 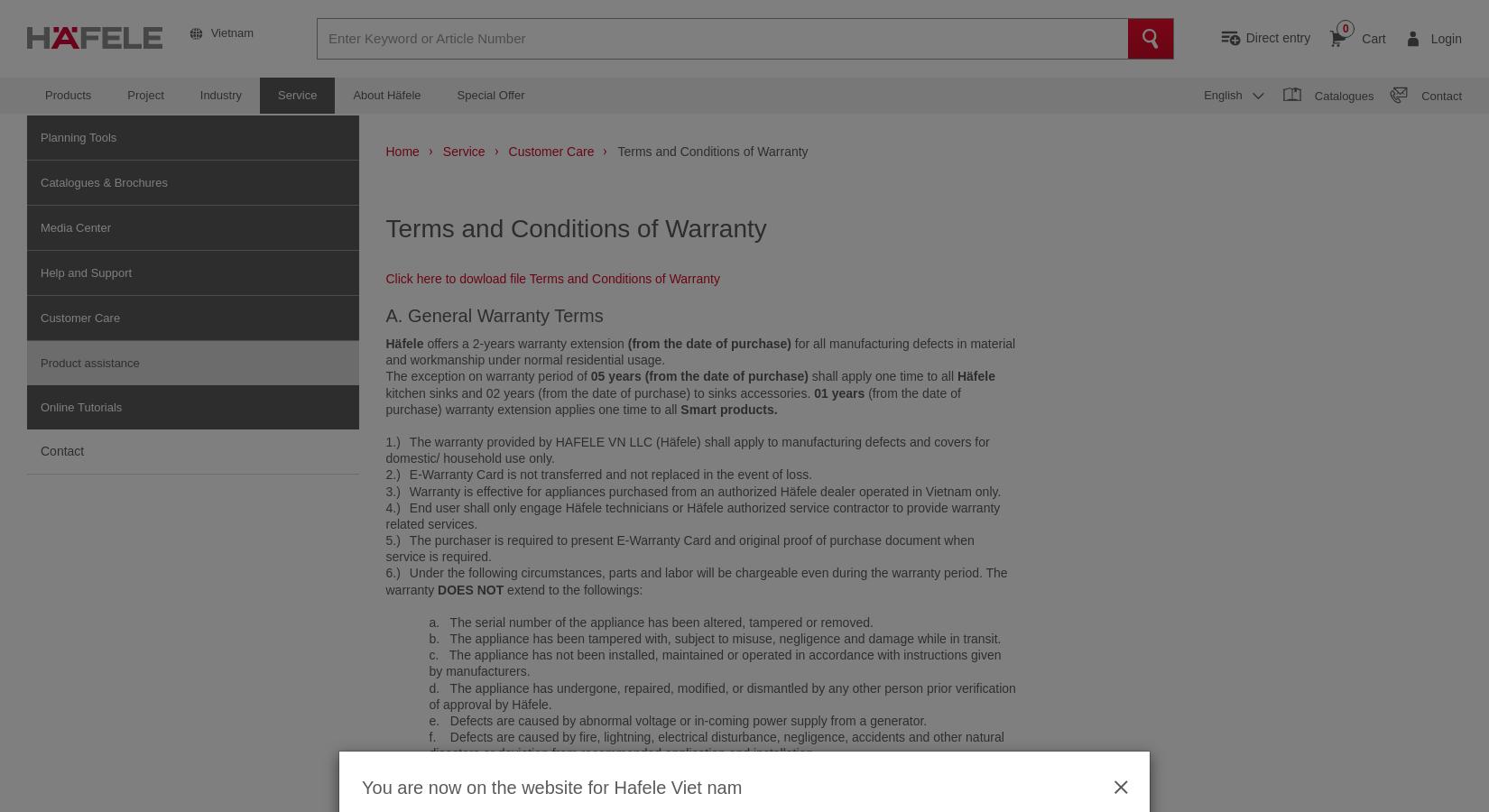 What do you see at coordinates (882, 375) in the screenshot?
I see `'shall apply one time to all'` at bounding box center [882, 375].